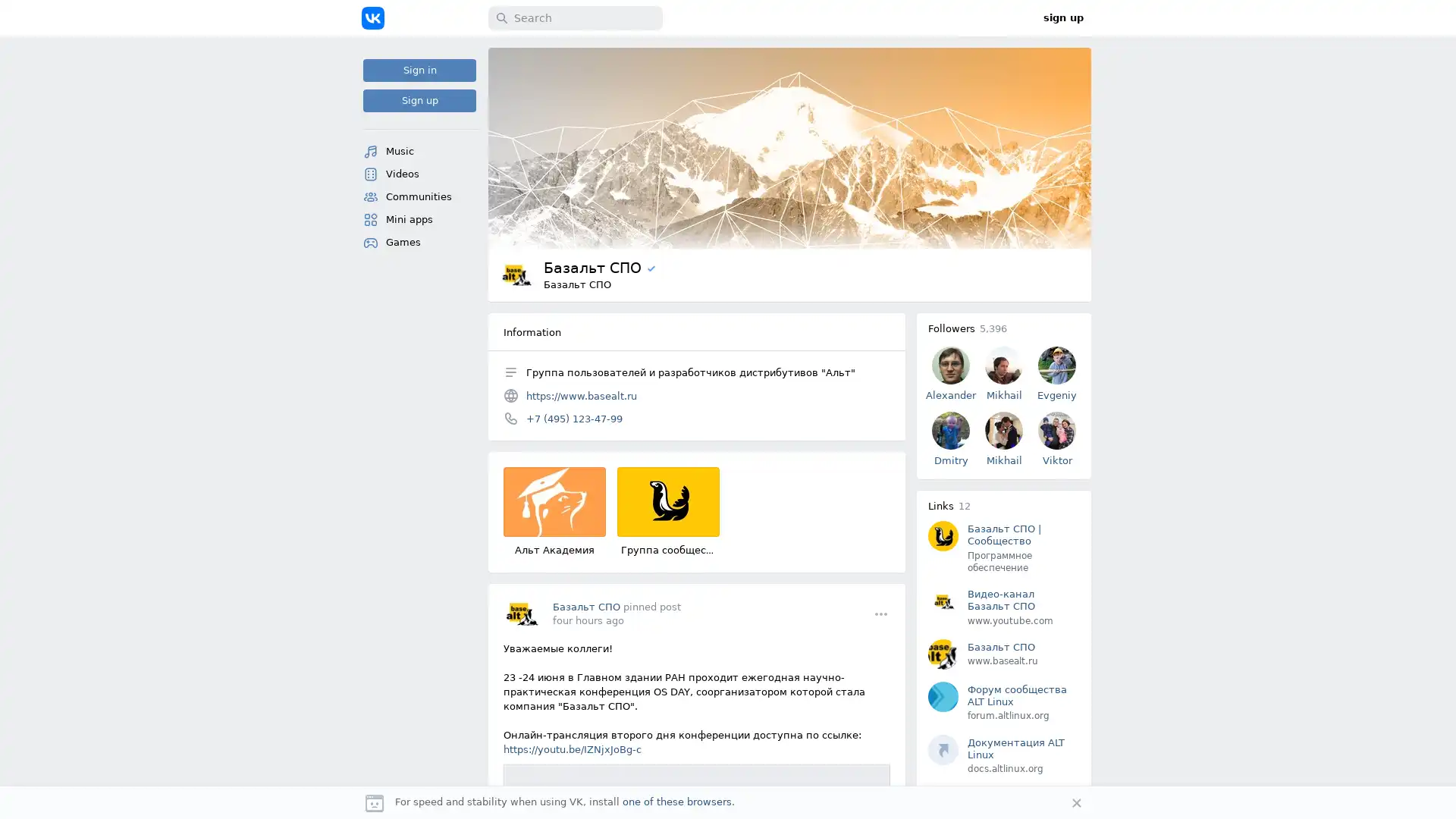 This screenshot has width=1456, height=819. Describe the element at coordinates (419, 70) in the screenshot. I see `Sign in` at that location.